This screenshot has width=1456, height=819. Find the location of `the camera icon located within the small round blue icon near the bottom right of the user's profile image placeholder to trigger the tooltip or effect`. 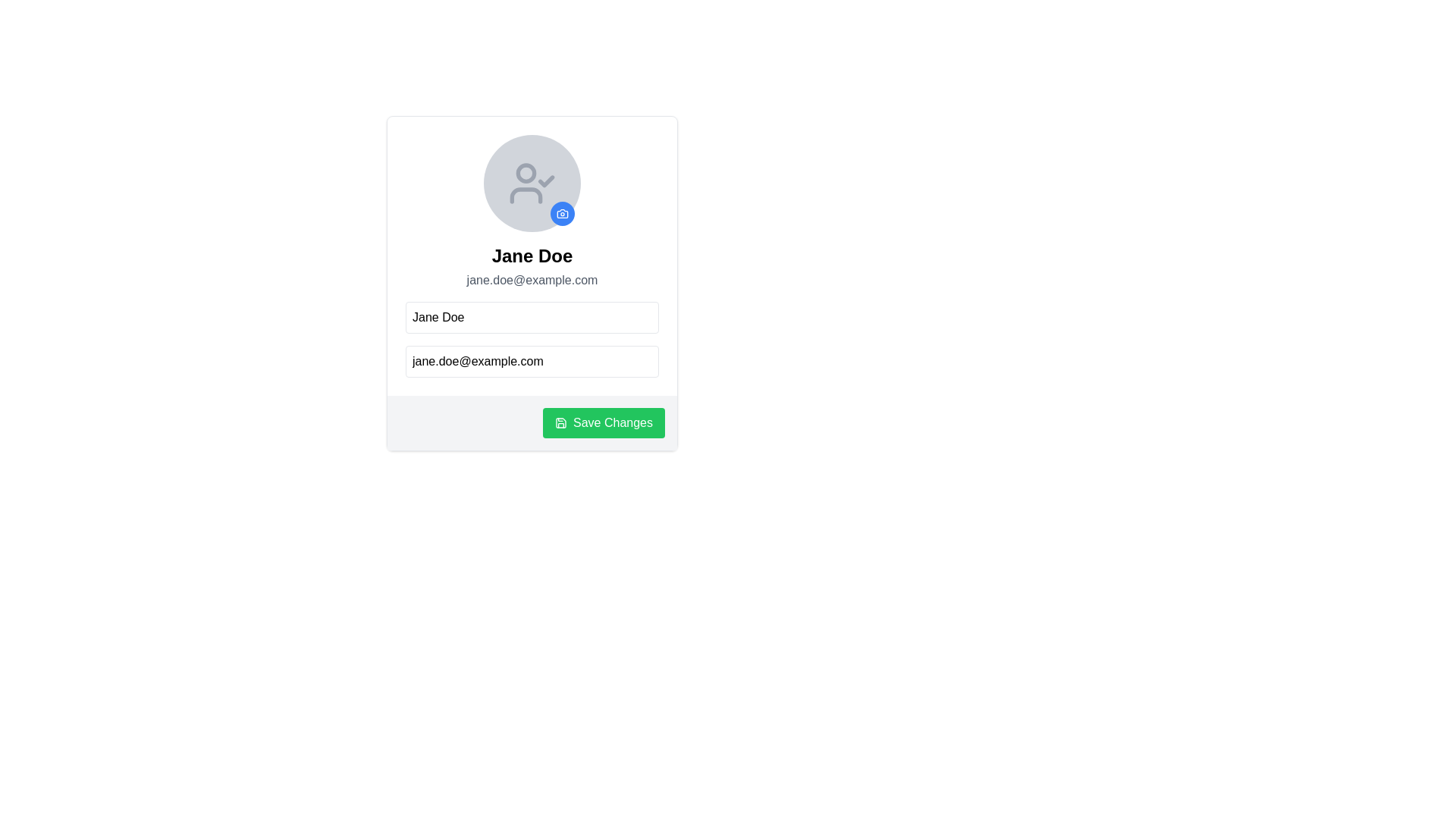

the camera icon located within the small round blue icon near the bottom right of the user's profile image placeholder to trigger the tooltip or effect is located at coordinates (562, 213).